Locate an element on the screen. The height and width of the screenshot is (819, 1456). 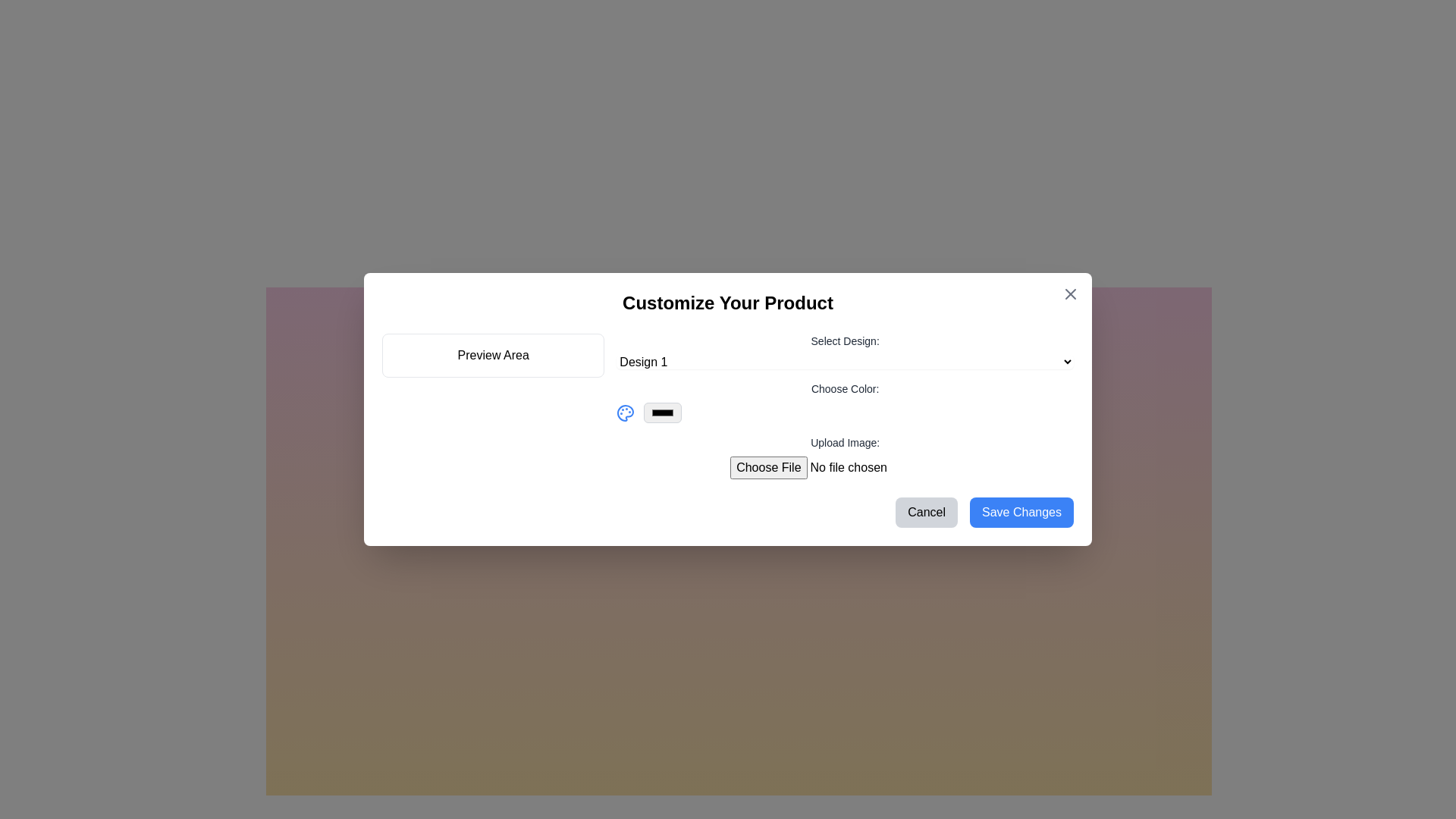
the static label text that provides a description for the file input field, located in the middle of the modal, between the 'Choose Color' section and the file input field is located at coordinates (844, 442).